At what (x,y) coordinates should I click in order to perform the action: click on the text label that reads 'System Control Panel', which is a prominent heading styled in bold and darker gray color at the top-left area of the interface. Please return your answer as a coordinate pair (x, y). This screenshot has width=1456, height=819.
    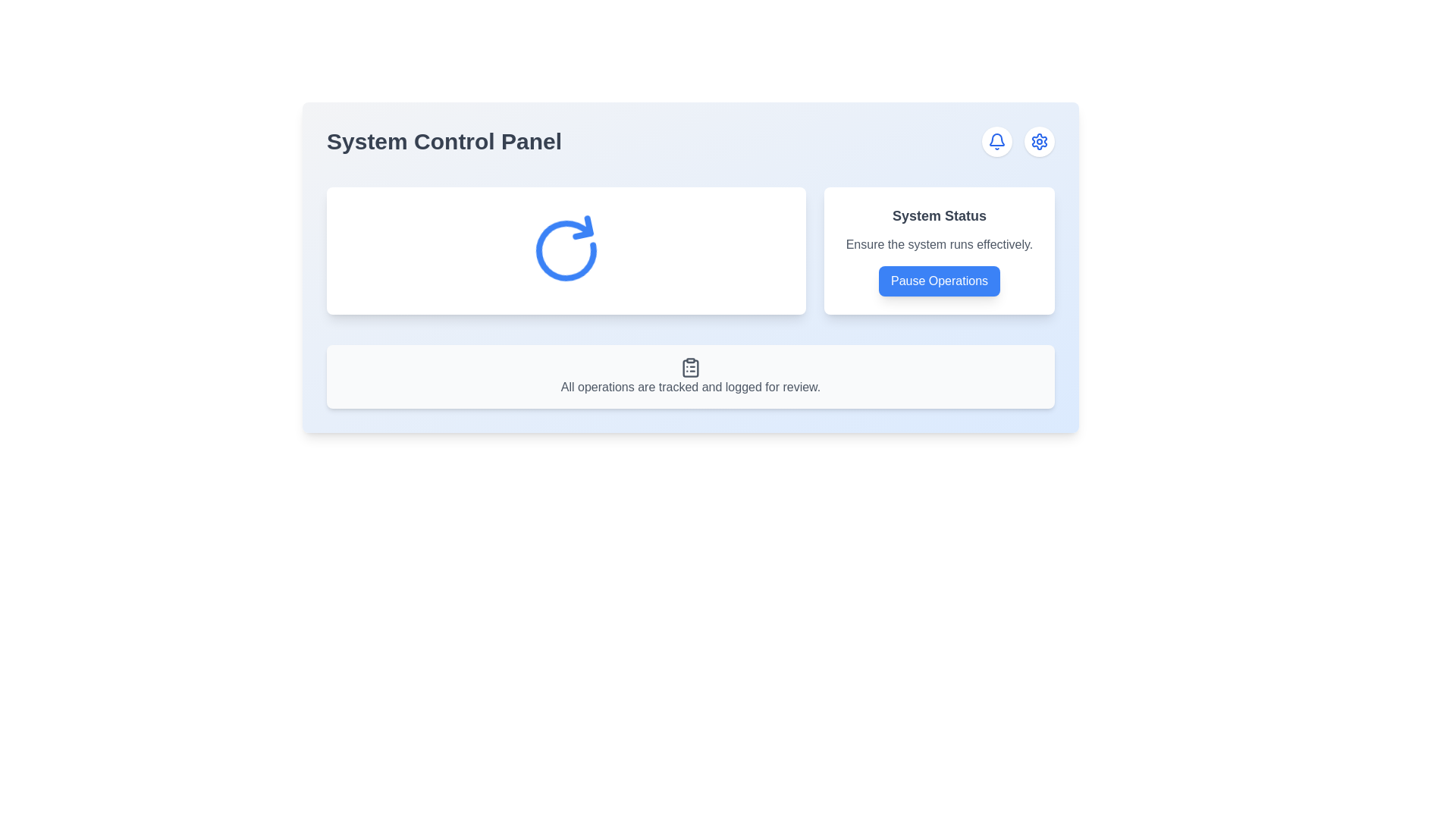
    Looking at the image, I should click on (443, 141).